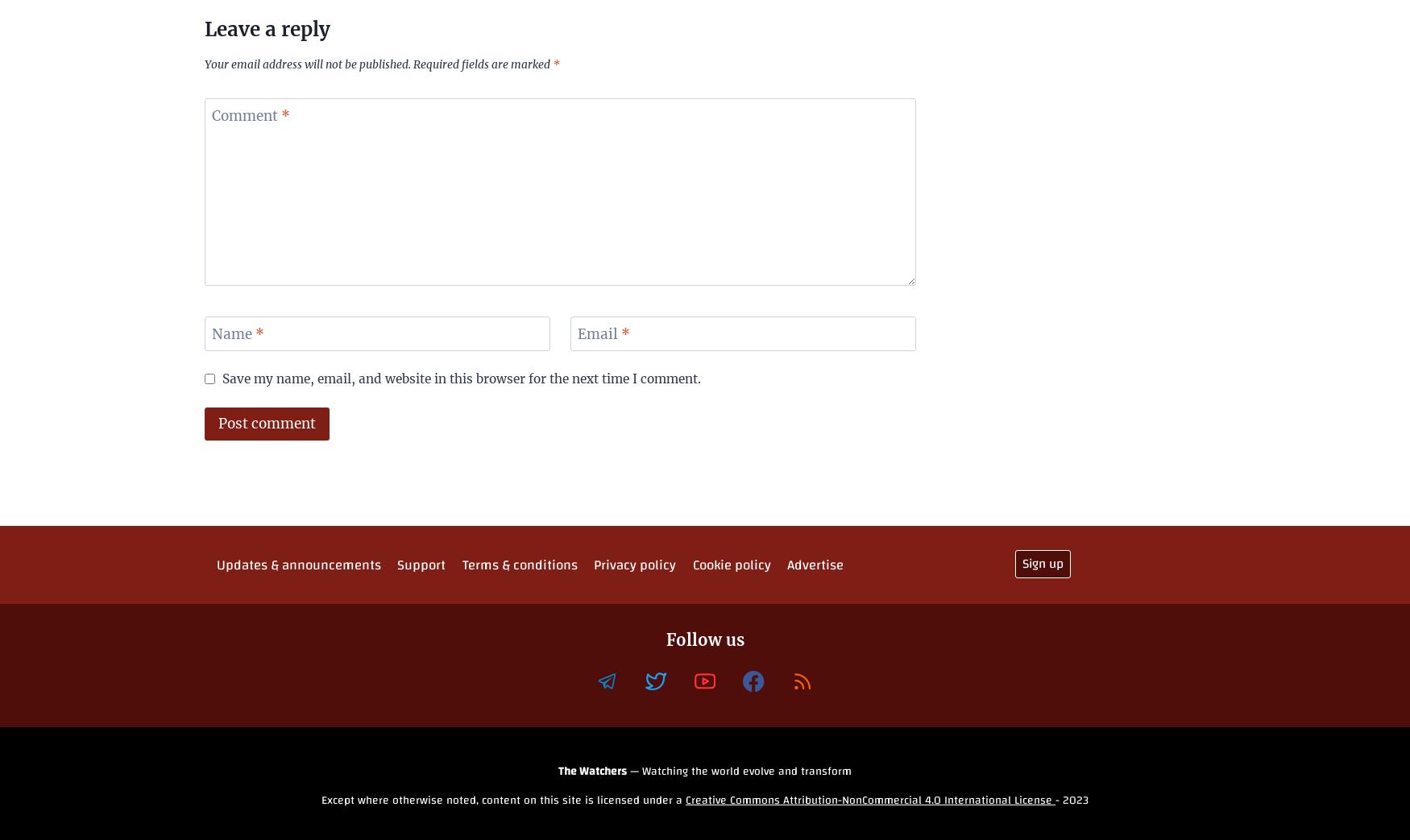  I want to click on '- 2023', so click(1072, 800).